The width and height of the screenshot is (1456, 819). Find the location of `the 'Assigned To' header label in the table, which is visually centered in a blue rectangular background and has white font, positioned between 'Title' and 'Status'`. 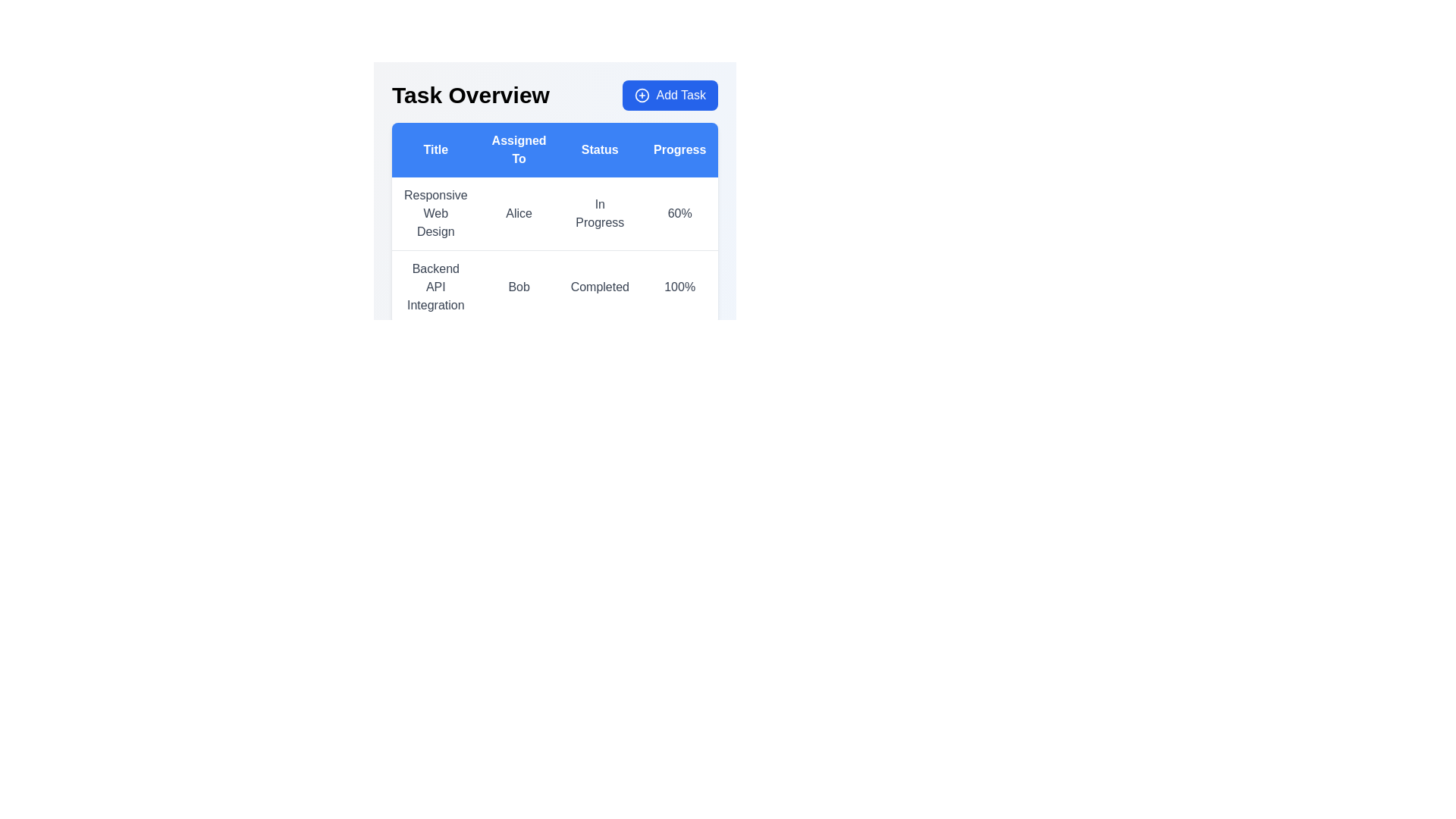

the 'Assigned To' header label in the table, which is visually centered in a blue rectangular background and has white font, positioned between 'Title' and 'Status' is located at coordinates (519, 149).